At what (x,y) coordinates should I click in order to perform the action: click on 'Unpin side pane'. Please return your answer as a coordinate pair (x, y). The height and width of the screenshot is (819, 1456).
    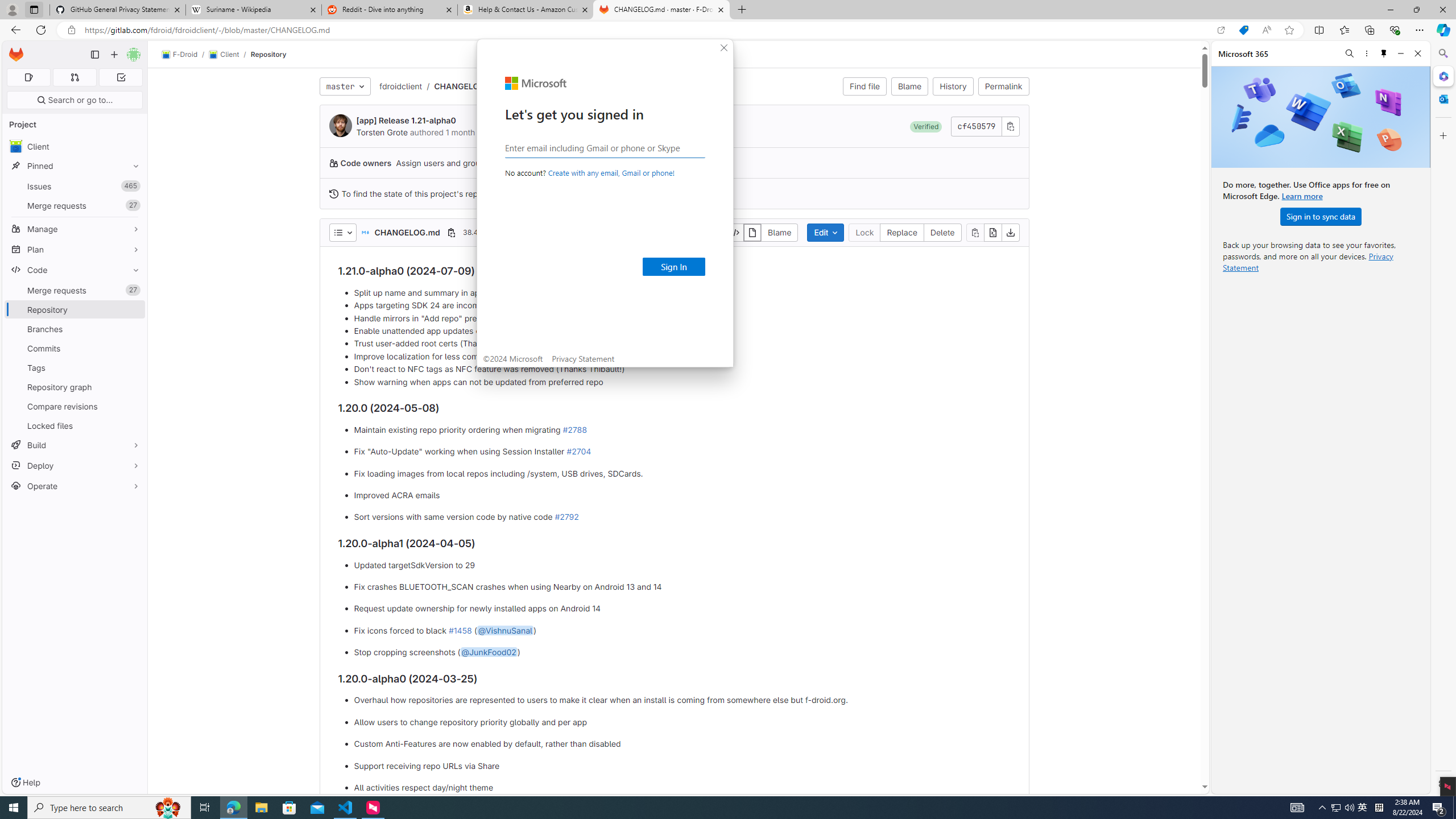
    Looking at the image, I should click on (1384, 53).